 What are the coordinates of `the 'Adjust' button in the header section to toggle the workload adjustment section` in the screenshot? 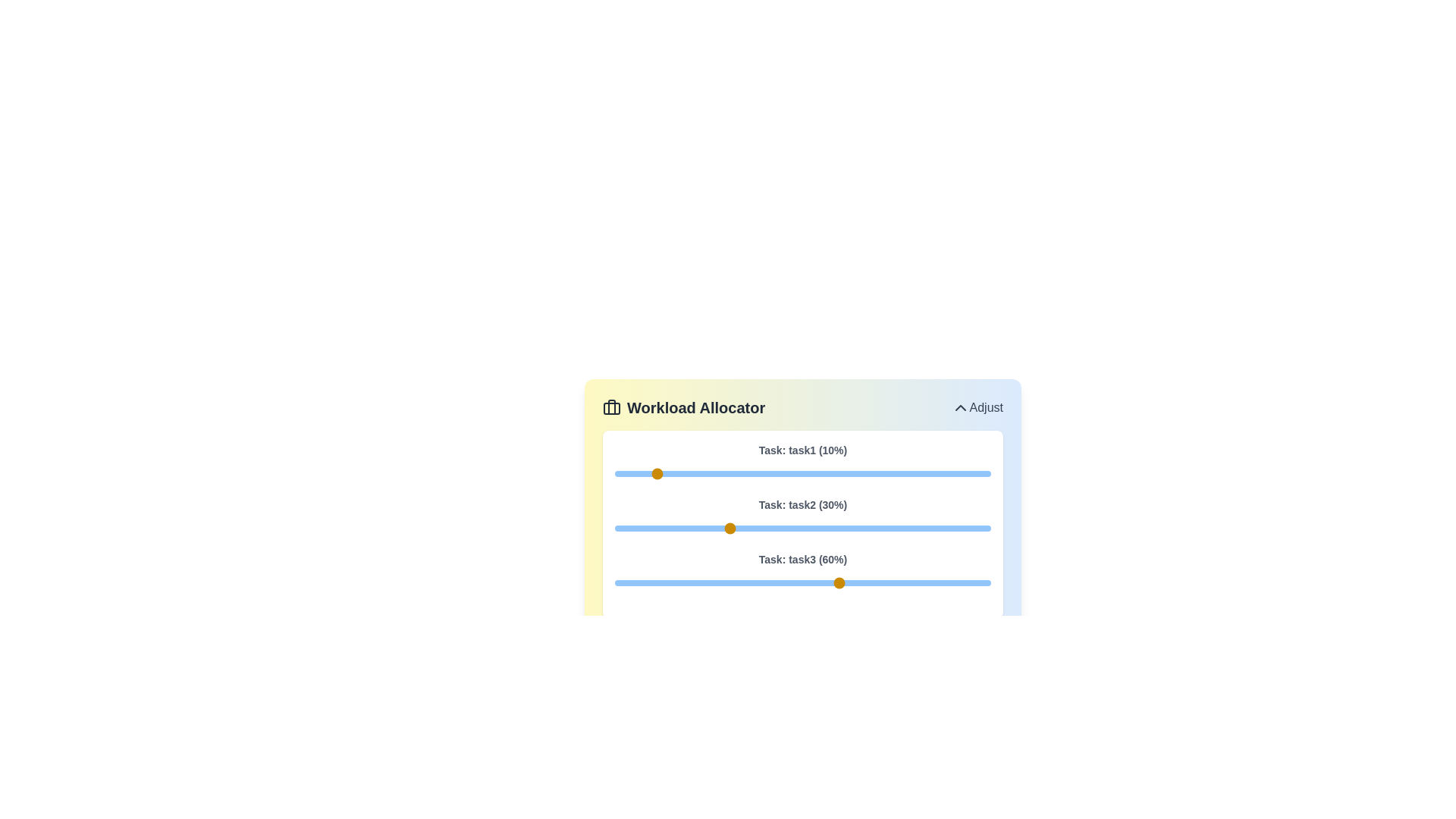 It's located at (976, 406).